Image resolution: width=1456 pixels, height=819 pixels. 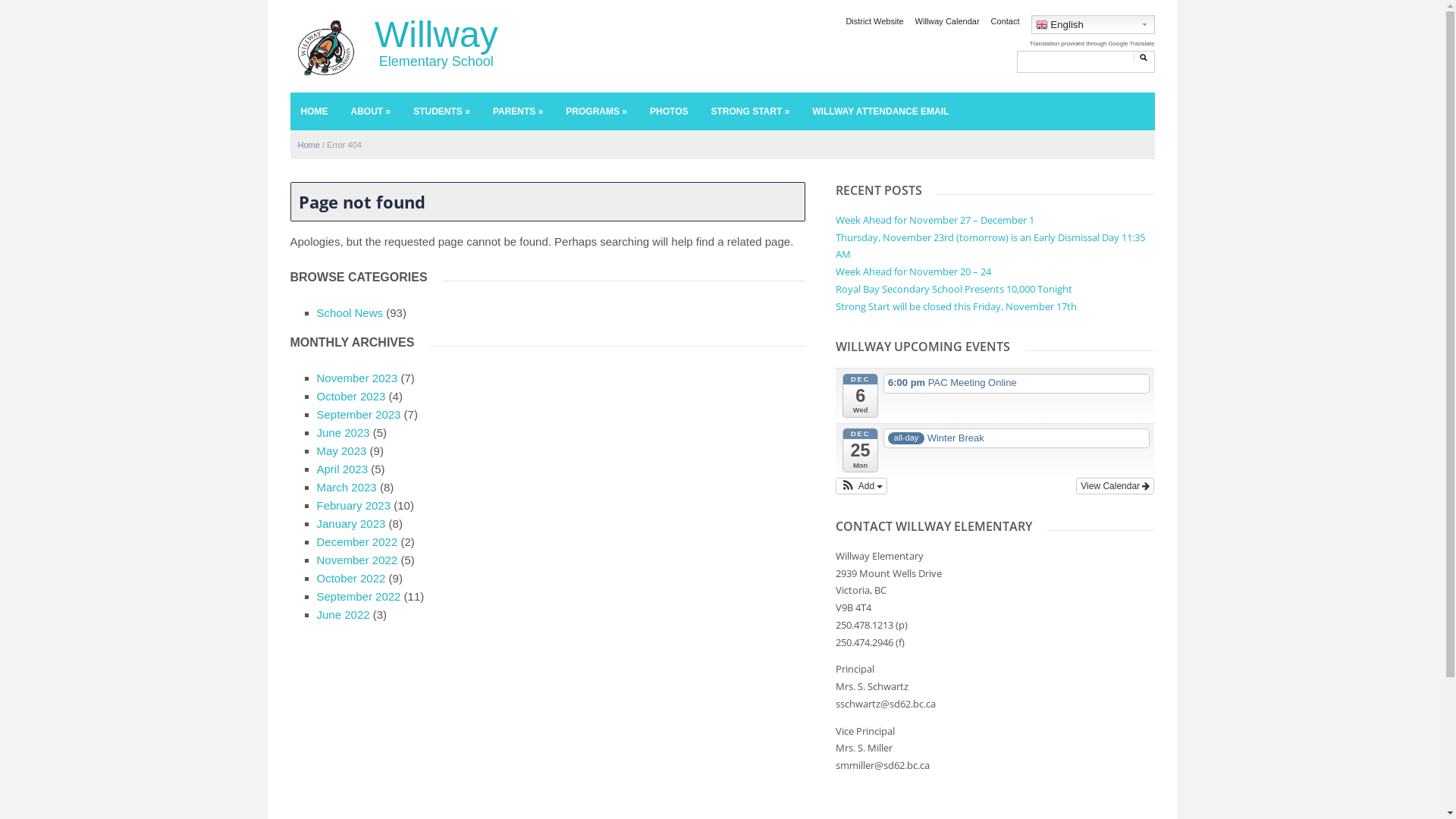 What do you see at coordinates (435, 42) in the screenshot?
I see `'Willway` at bounding box center [435, 42].